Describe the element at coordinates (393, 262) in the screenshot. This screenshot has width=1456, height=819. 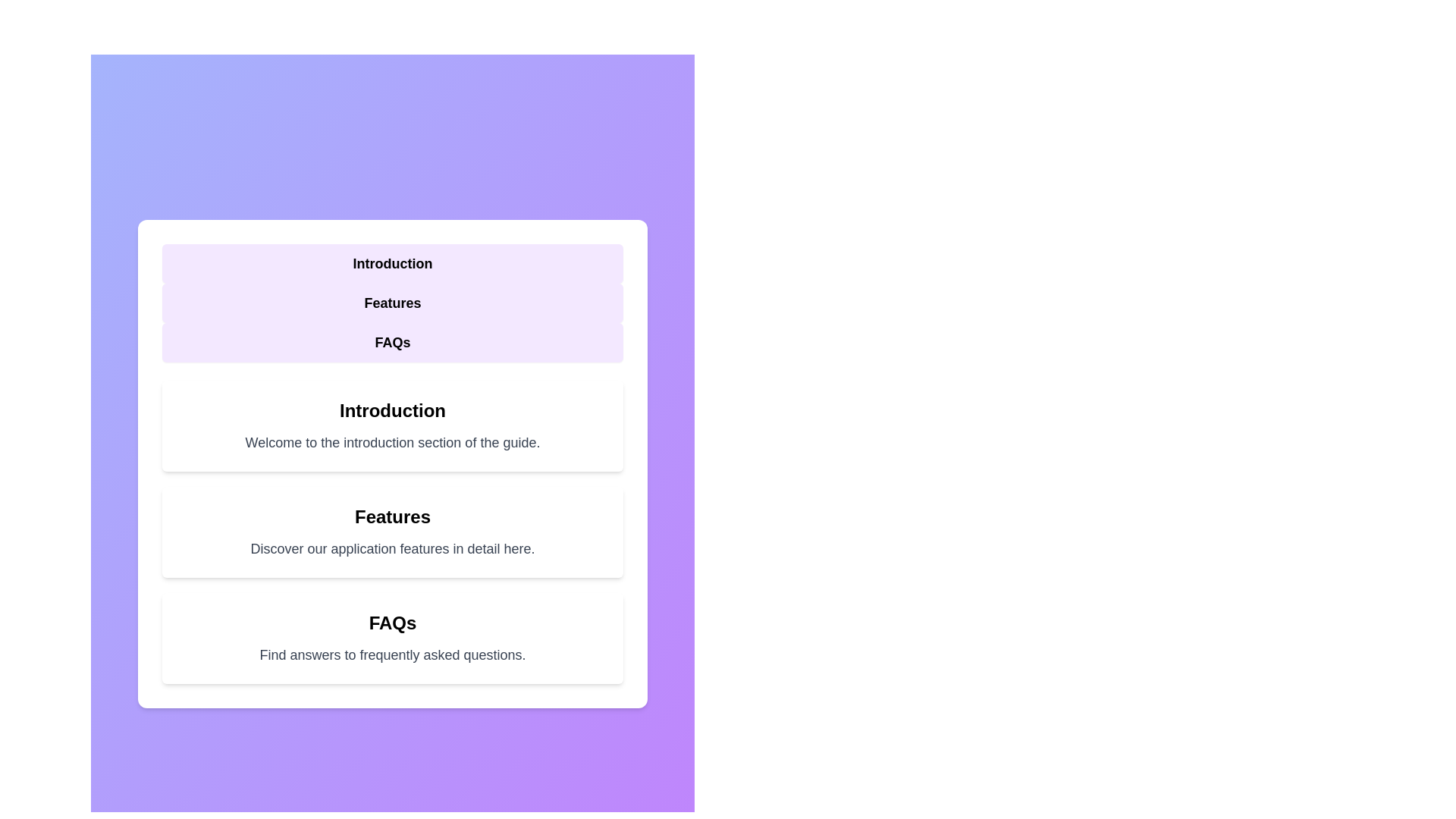
I see `the 'Introduction' button, which is a light purple rectangular button with rounded corners and bold black text` at that location.